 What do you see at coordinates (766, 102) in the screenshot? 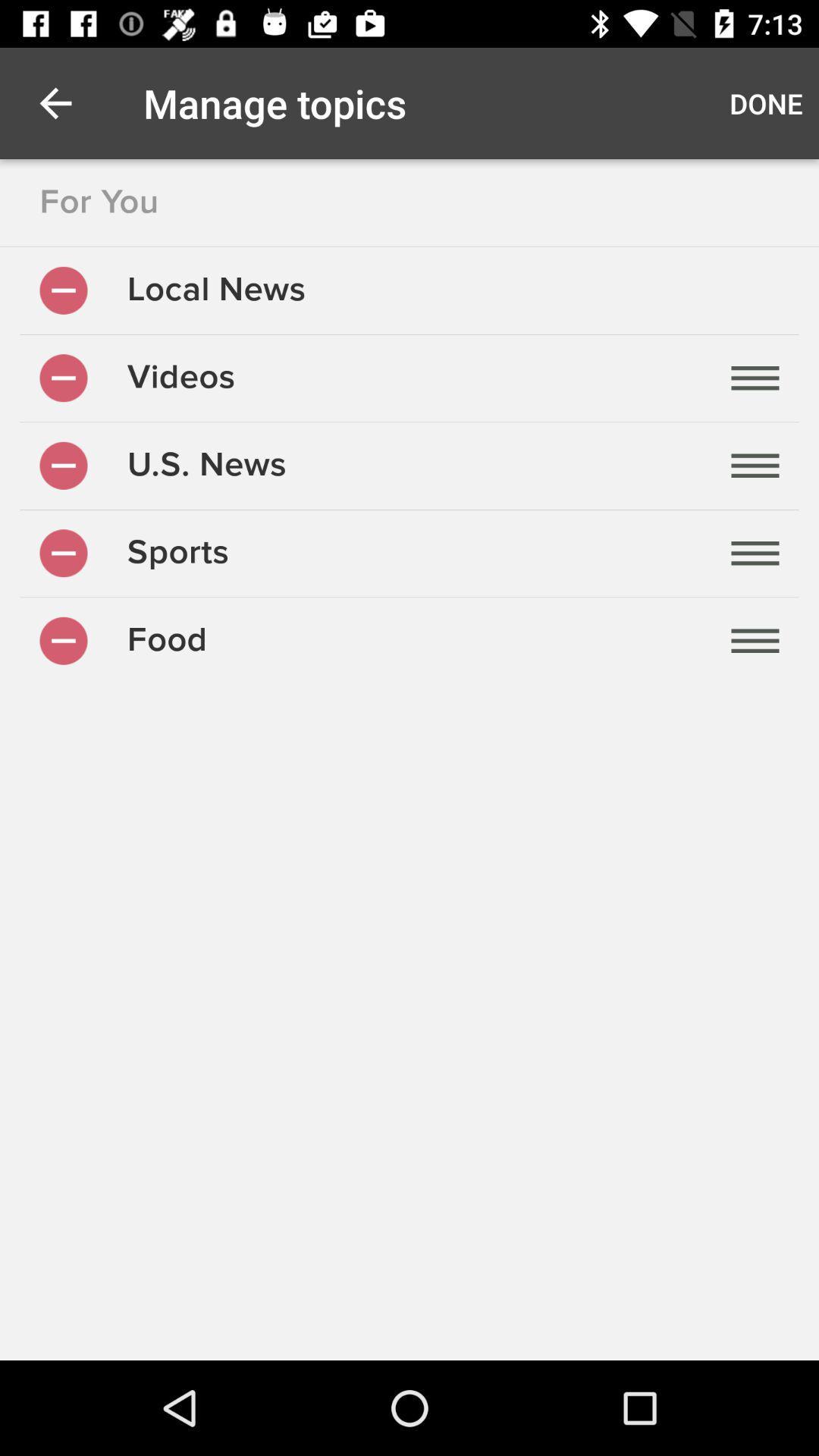
I see `the done` at bounding box center [766, 102].